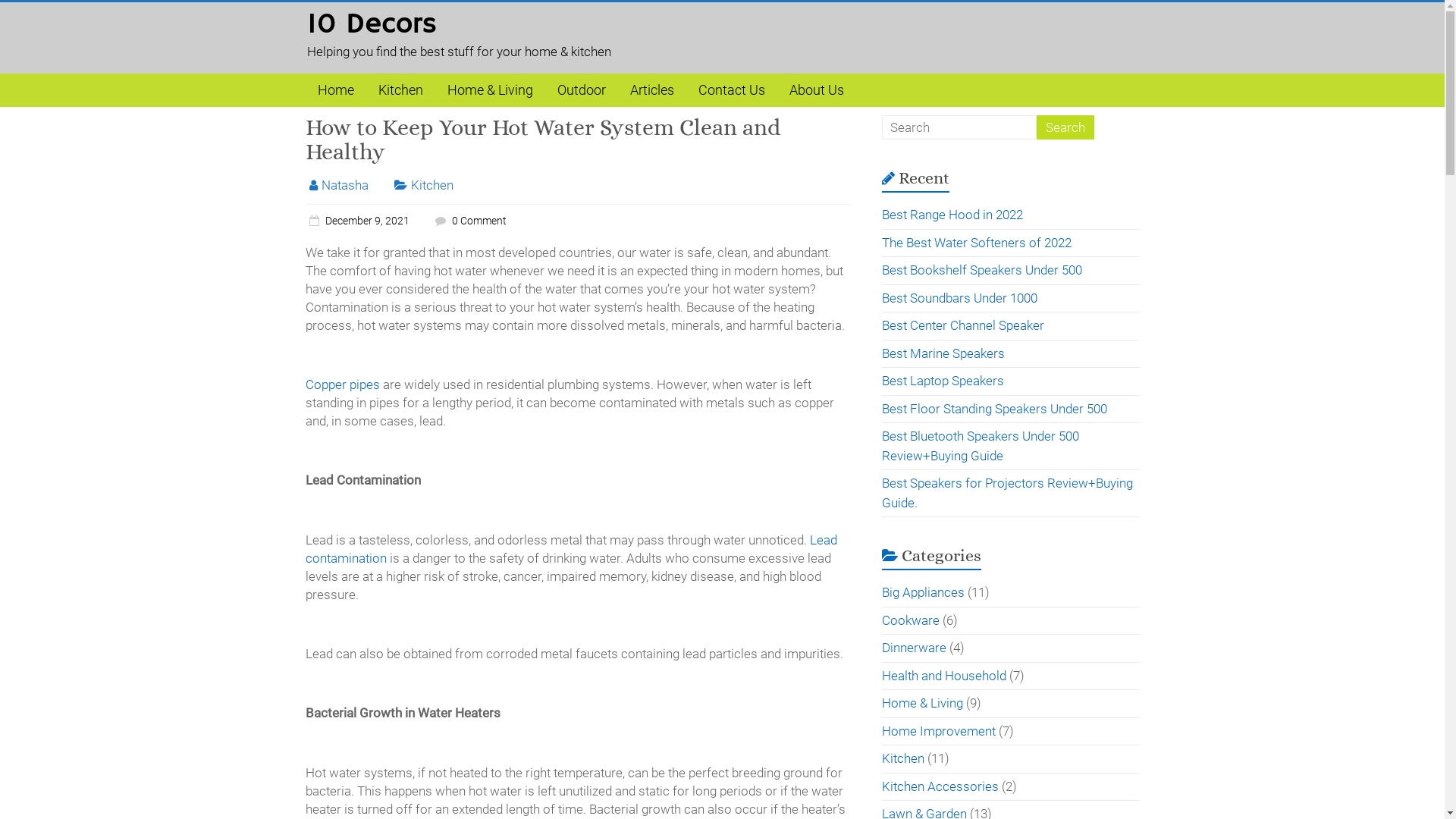 This screenshot has width=1456, height=819. I want to click on 'December 9, 2021', so click(356, 220).